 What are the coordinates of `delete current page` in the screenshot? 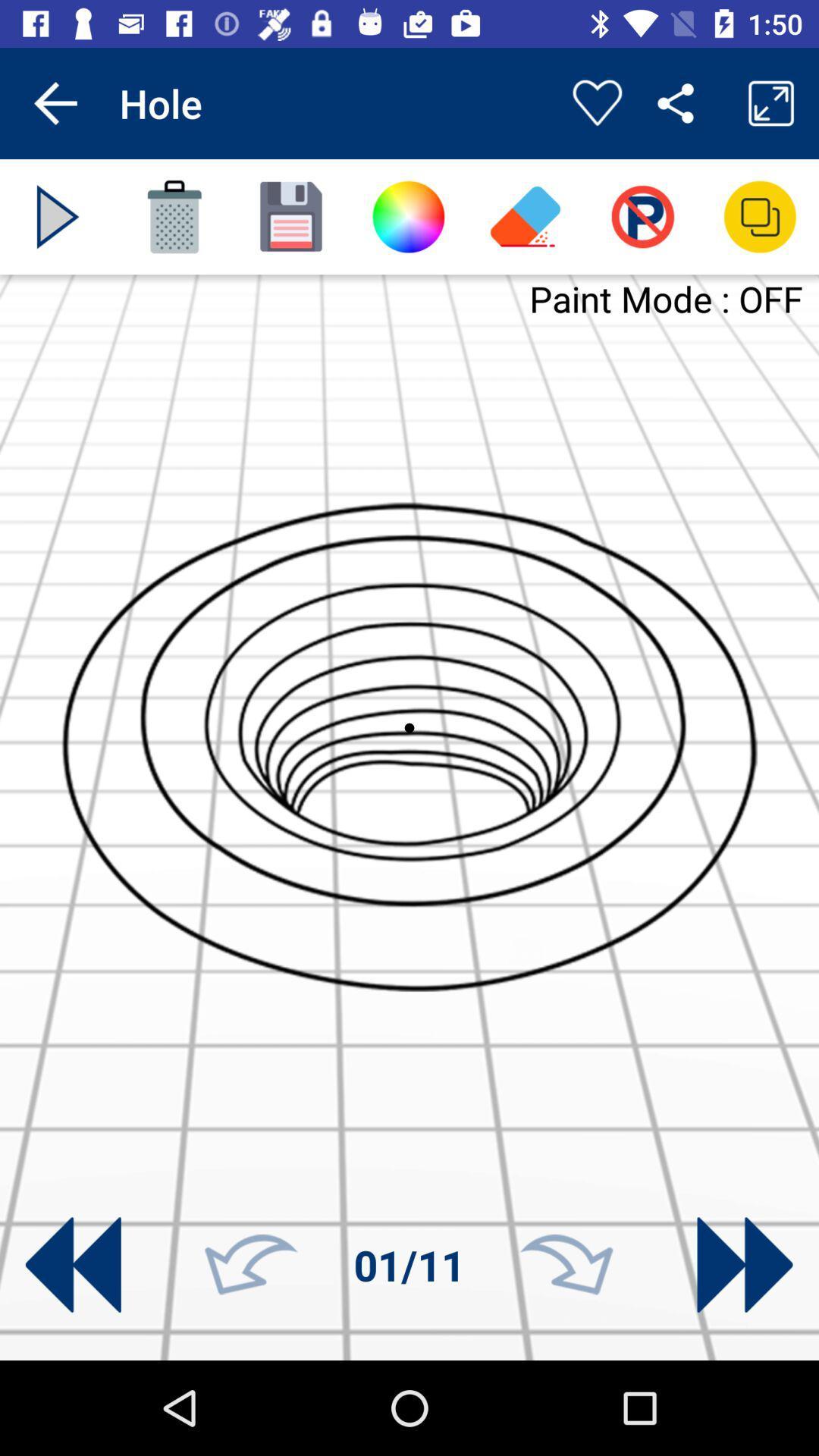 It's located at (174, 216).